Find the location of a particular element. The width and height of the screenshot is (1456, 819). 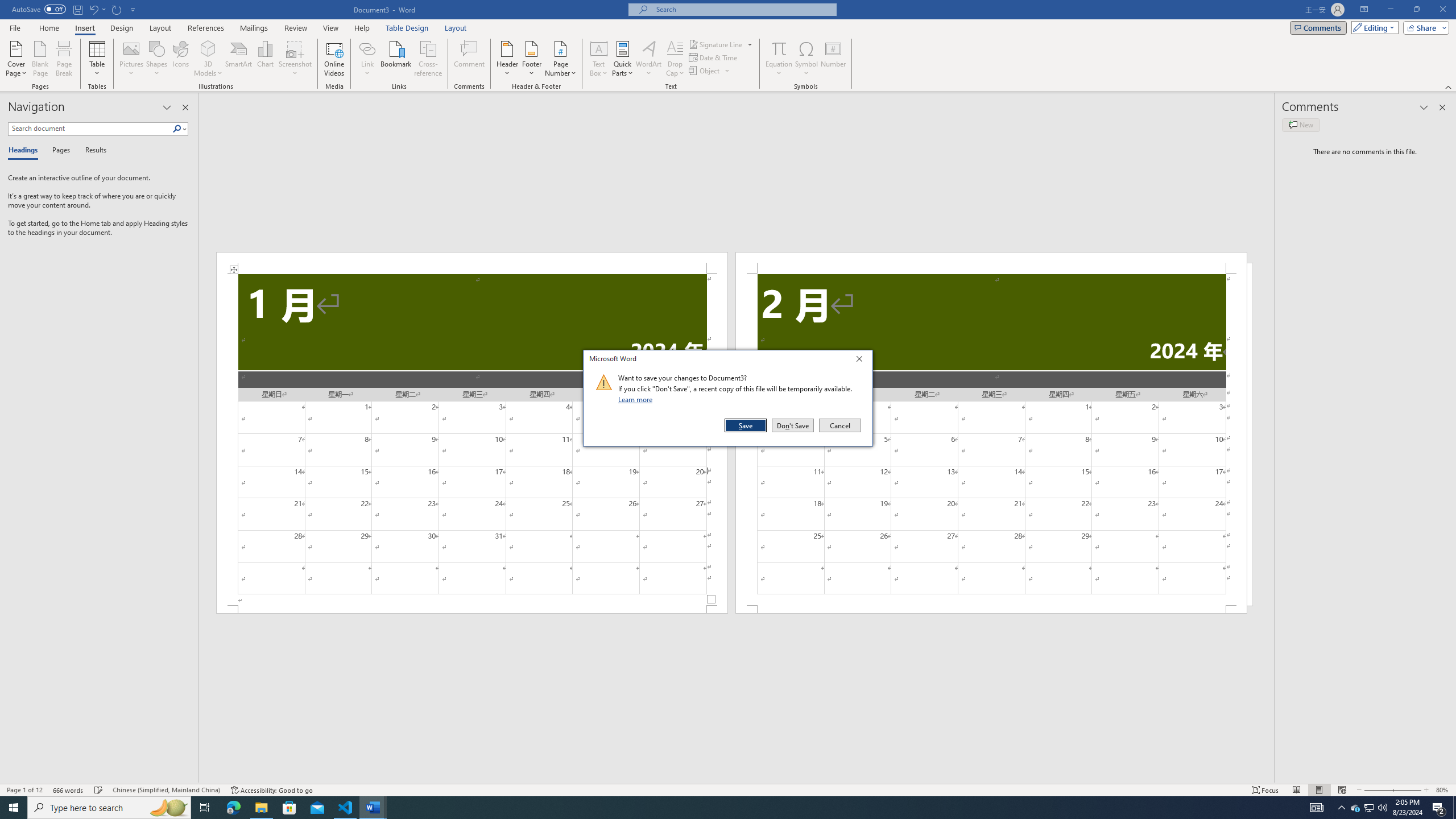

'New comment' is located at coordinates (1300, 124).